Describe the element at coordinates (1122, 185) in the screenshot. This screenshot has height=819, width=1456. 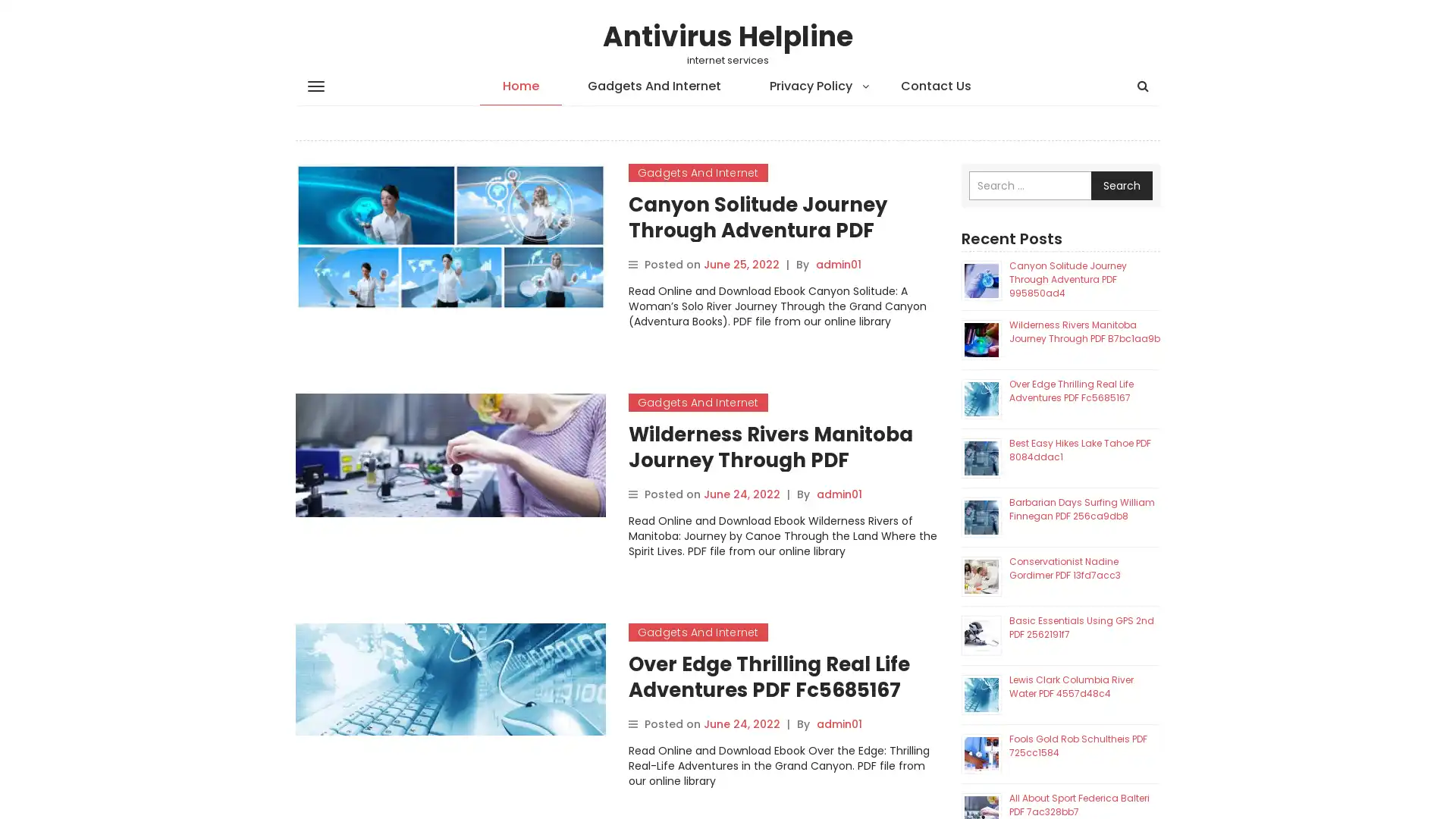
I see `Search` at that location.